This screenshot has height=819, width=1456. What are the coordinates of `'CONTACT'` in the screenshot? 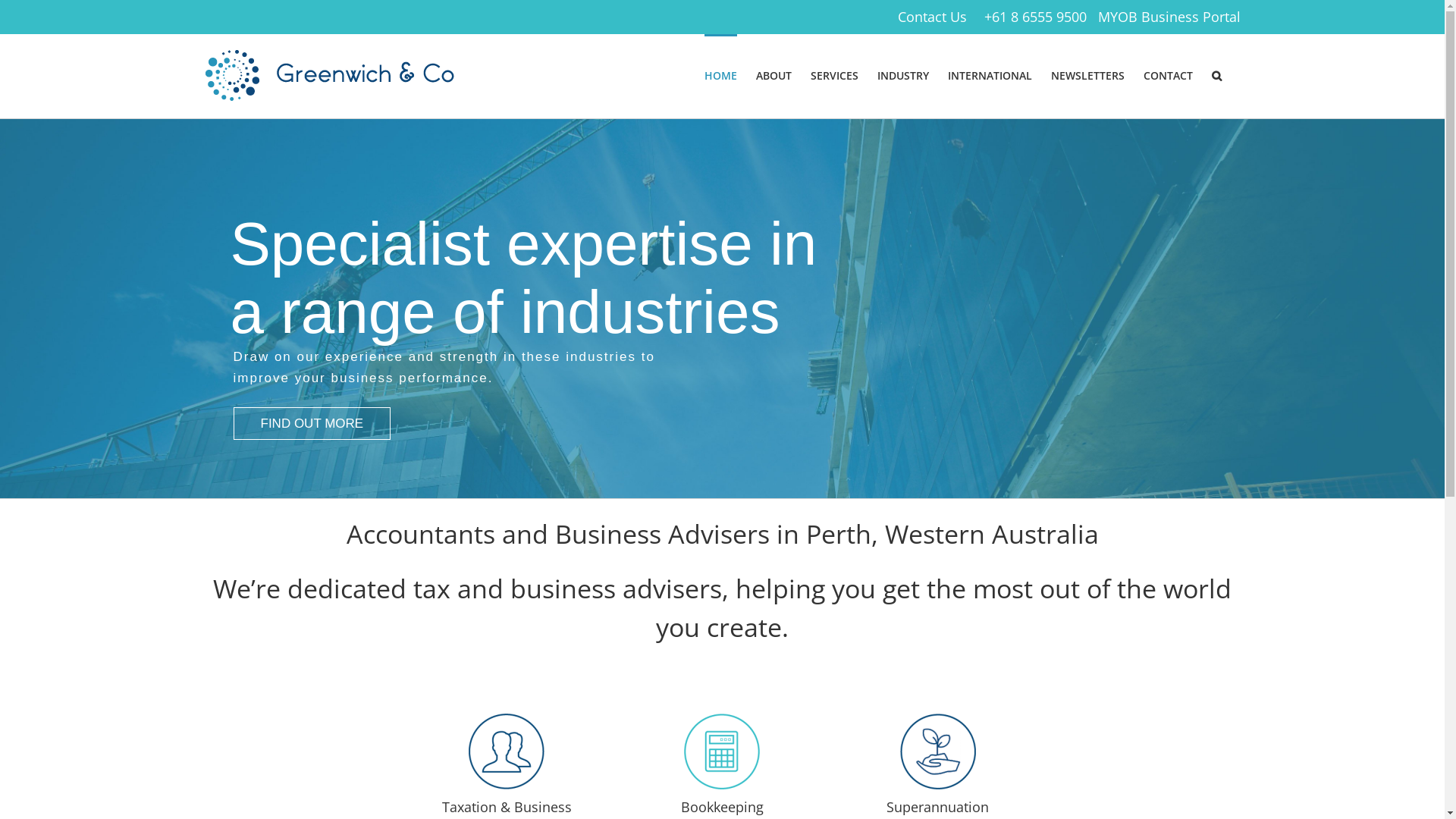 It's located at (1167, 74).